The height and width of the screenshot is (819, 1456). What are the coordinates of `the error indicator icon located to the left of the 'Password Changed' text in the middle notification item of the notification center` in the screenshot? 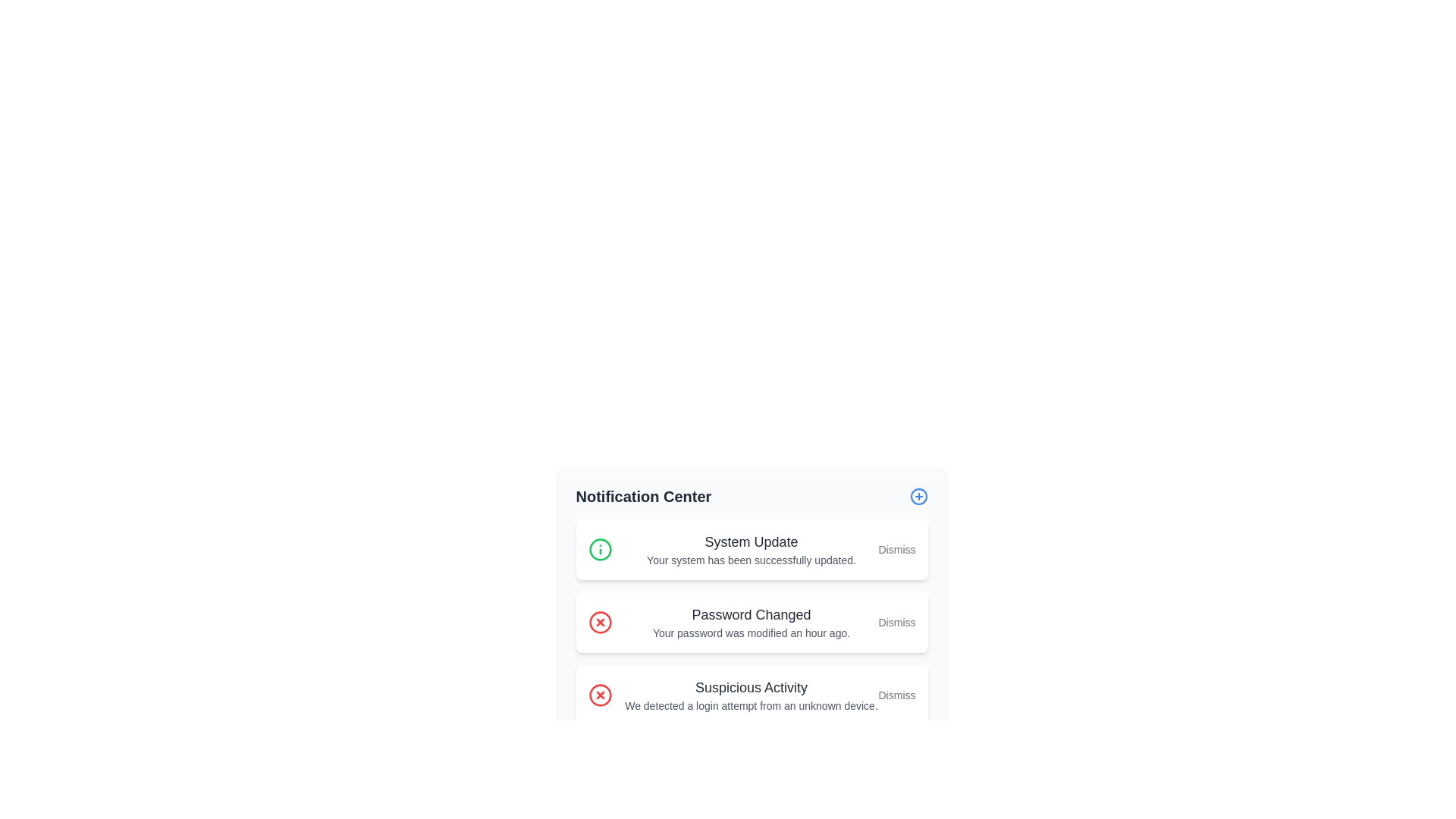 It's located at (599, 623).